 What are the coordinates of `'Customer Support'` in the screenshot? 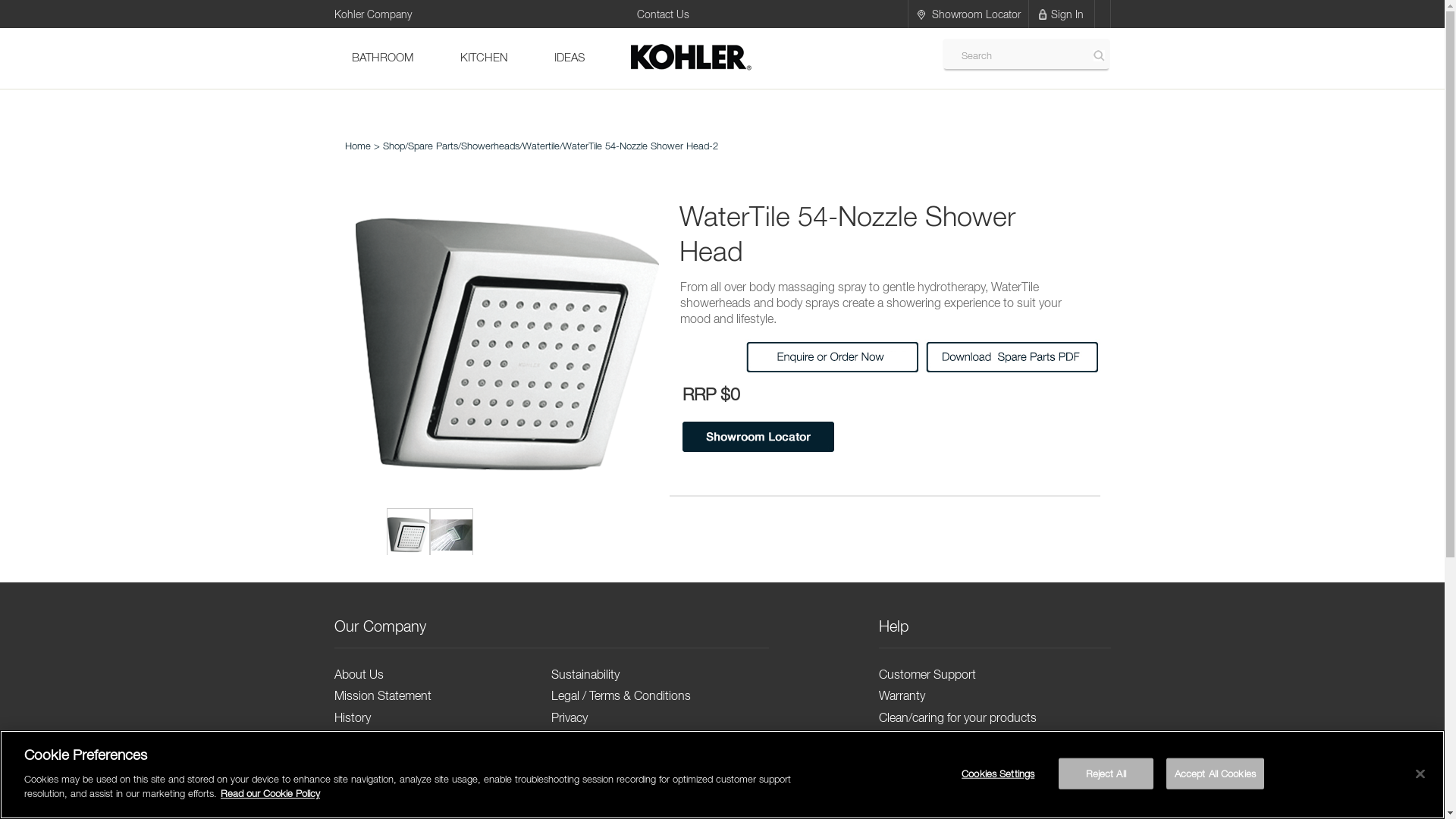 It's located at (927, 673).